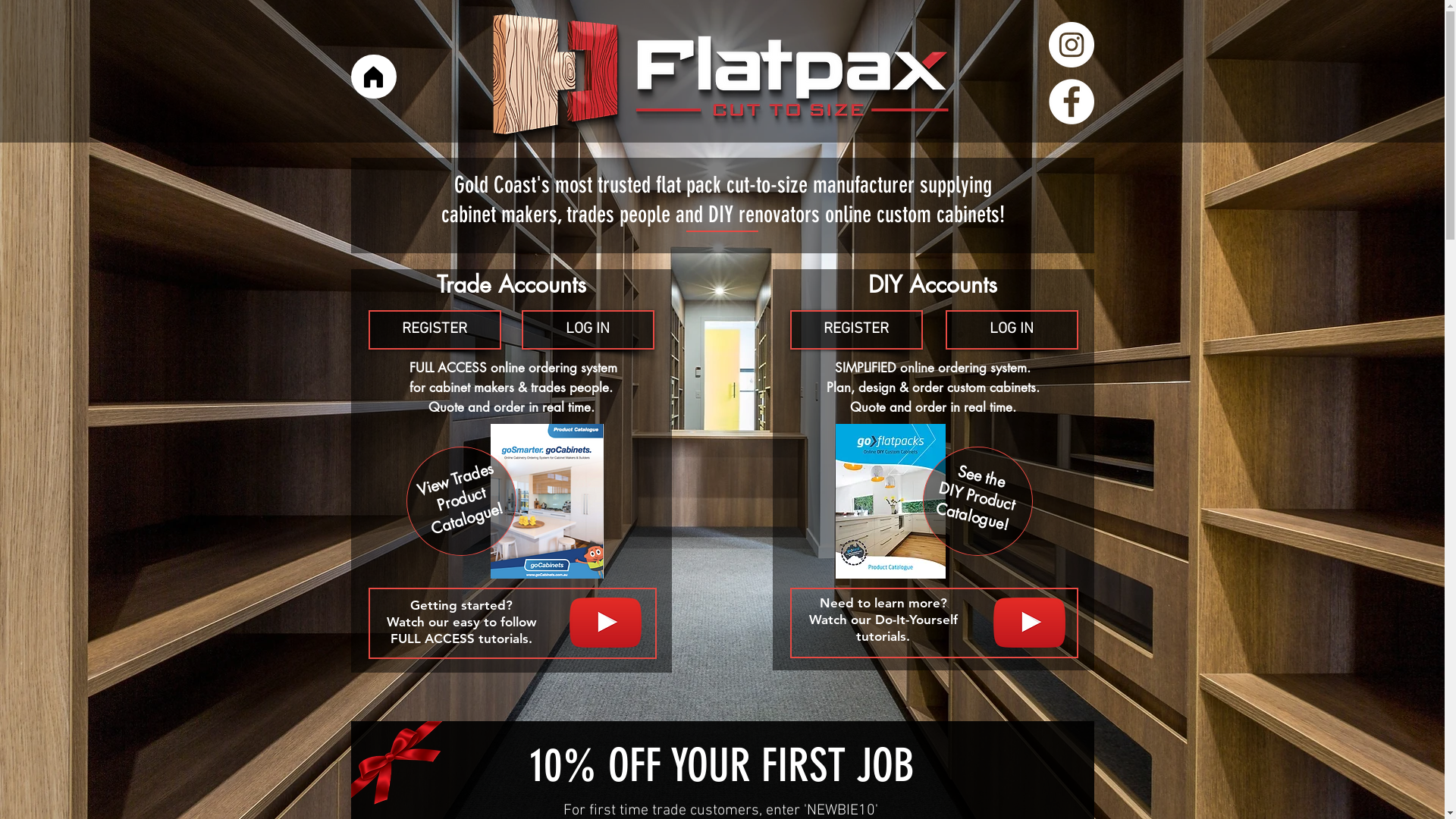 The height and width of the screenshot is (819, 1456). I want to click on 'REGISTER', so click(789, 329).